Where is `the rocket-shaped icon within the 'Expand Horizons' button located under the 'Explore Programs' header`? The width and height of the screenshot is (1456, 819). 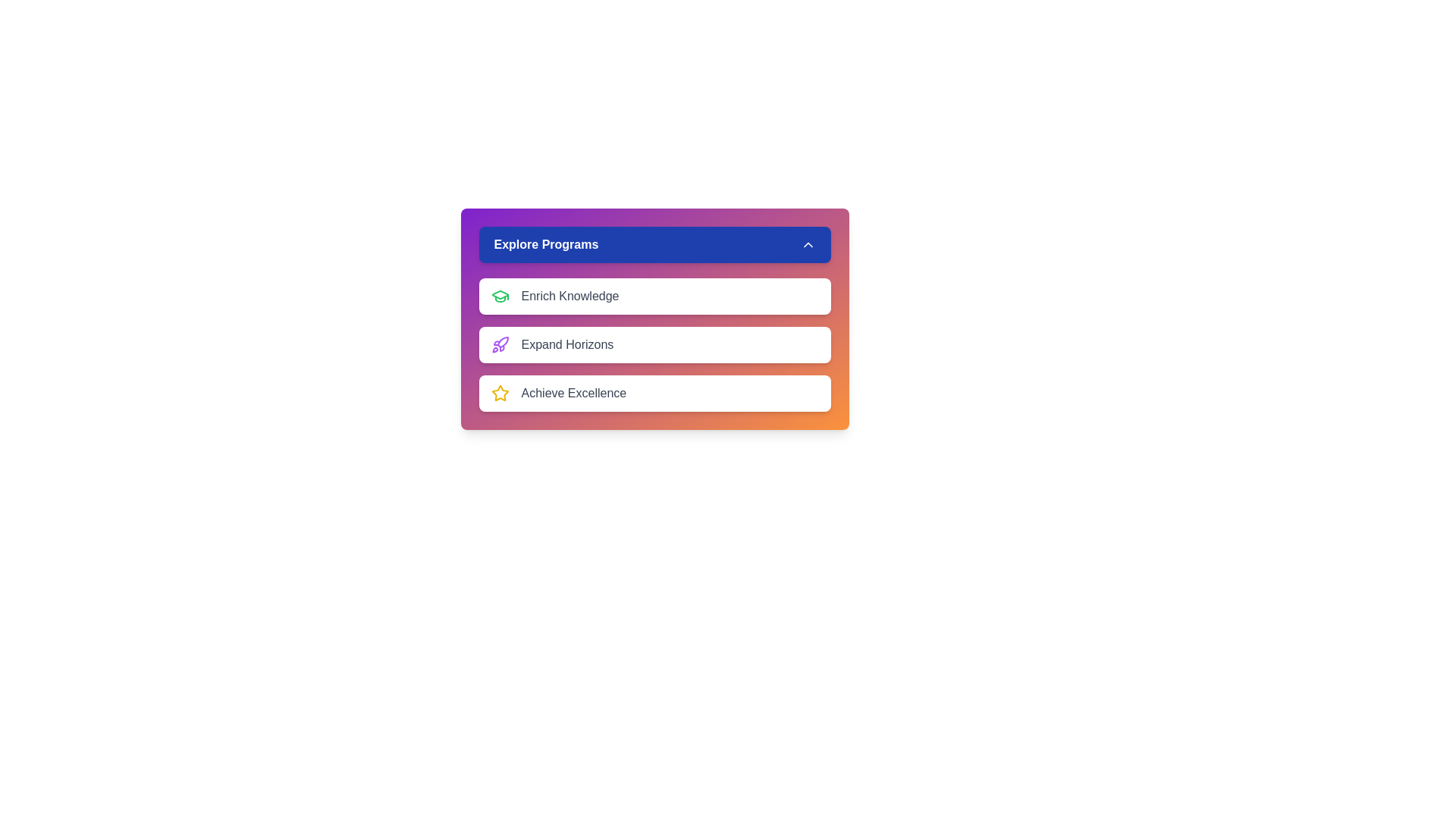
the rocket-shaped icon within the 'Expand Horizons' button located under the 'Explore Programs' header is located at coordinates (500, 345).